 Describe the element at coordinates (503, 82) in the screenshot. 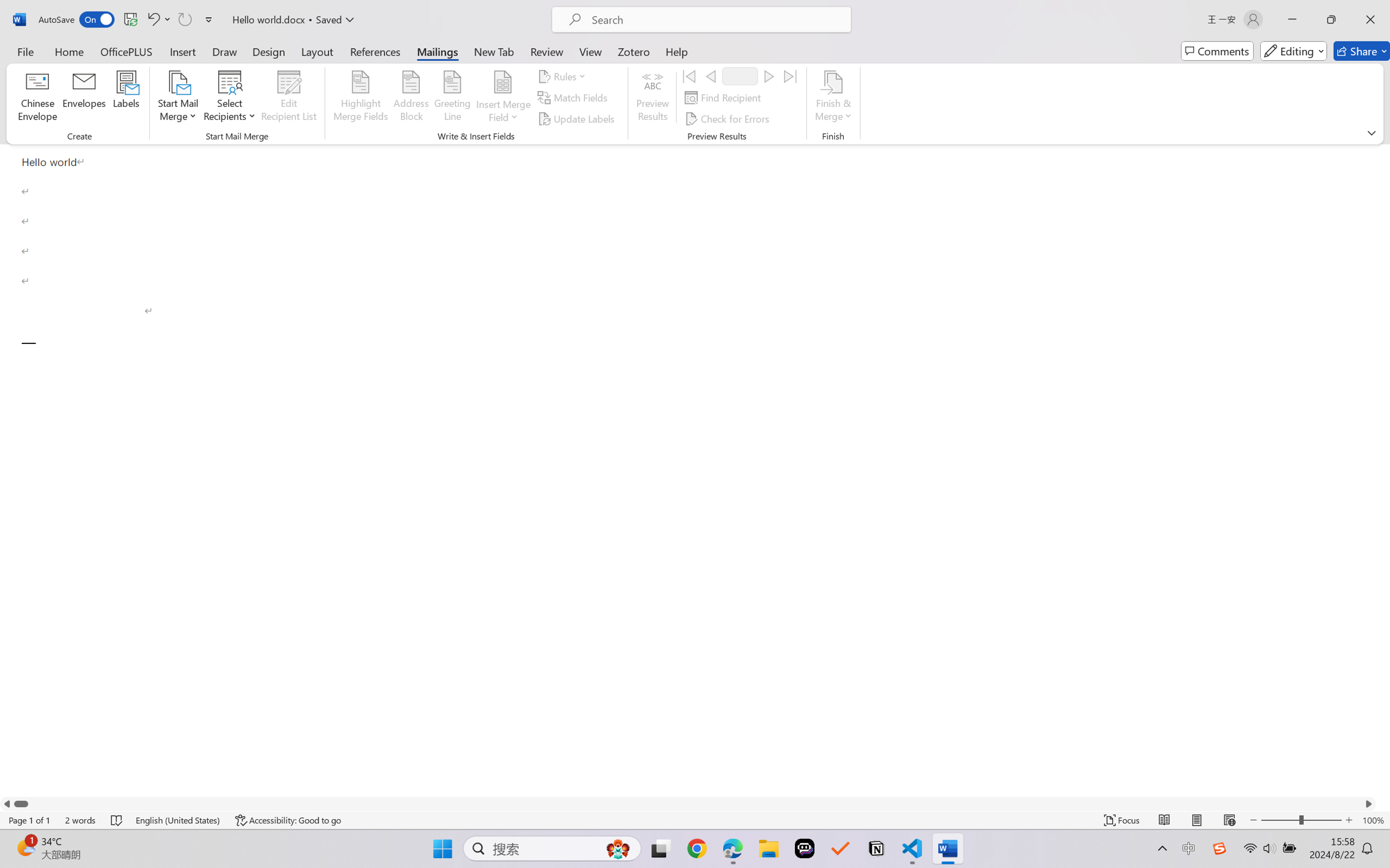

I see `'Insert Merge Field'` at that location.